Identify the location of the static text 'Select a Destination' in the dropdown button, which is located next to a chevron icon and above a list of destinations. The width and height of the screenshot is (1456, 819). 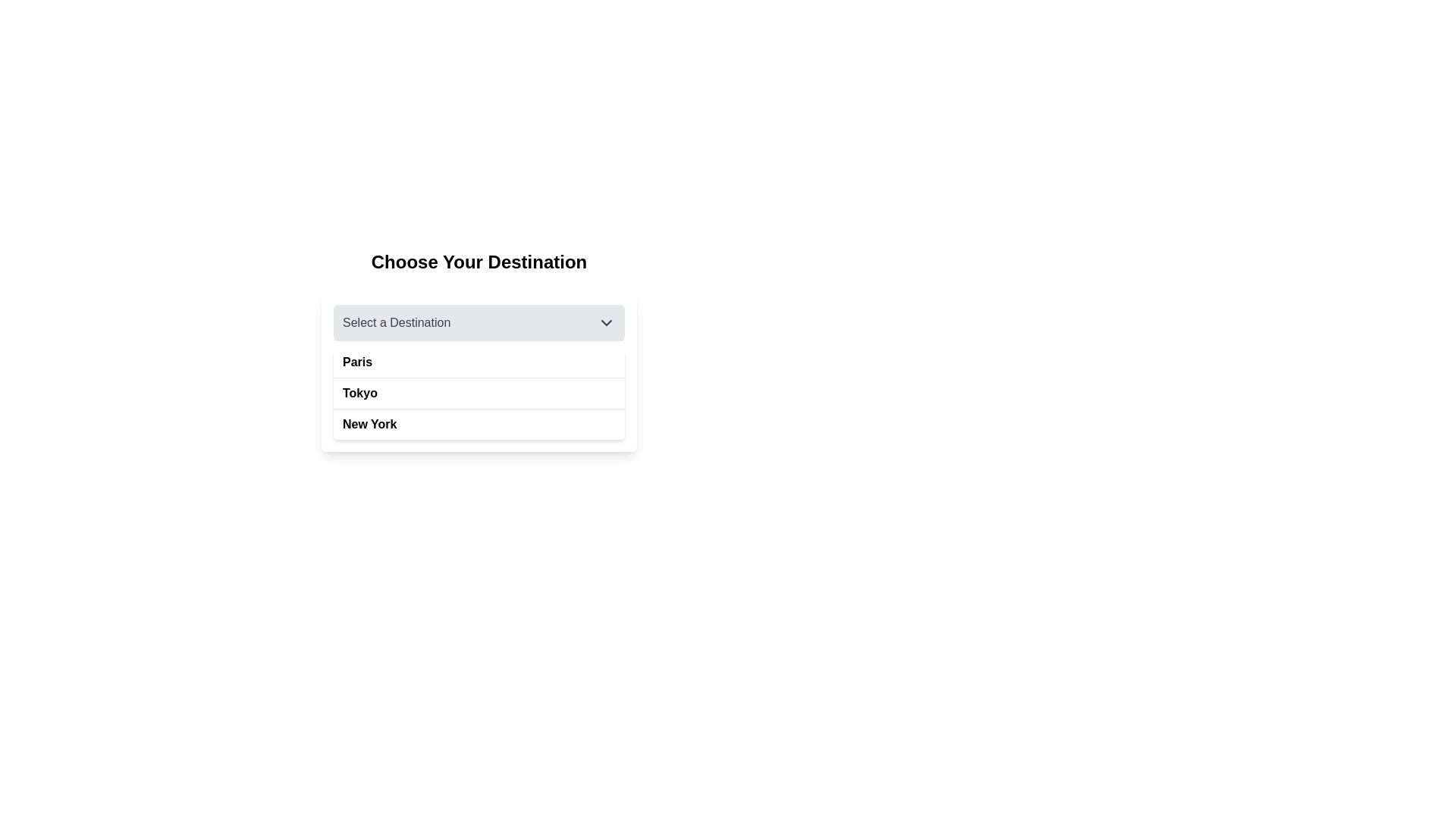
(397, 322).